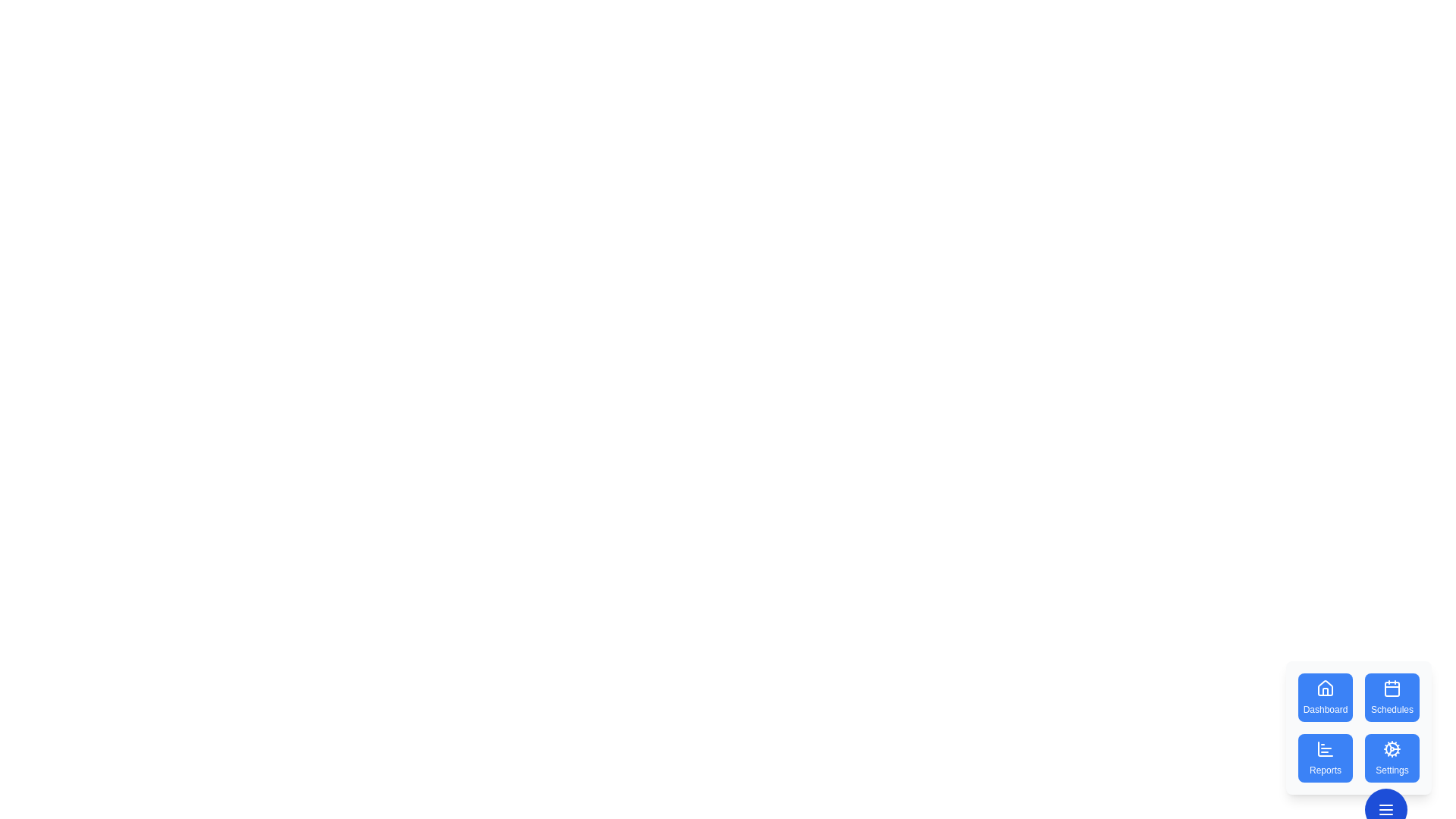 Image resolution: width=1456 pixels, height=819 pixels. I want to click on floating button at the bottom-right corner to toggle the visibility of the speed dial menu, so click(1386, 809).